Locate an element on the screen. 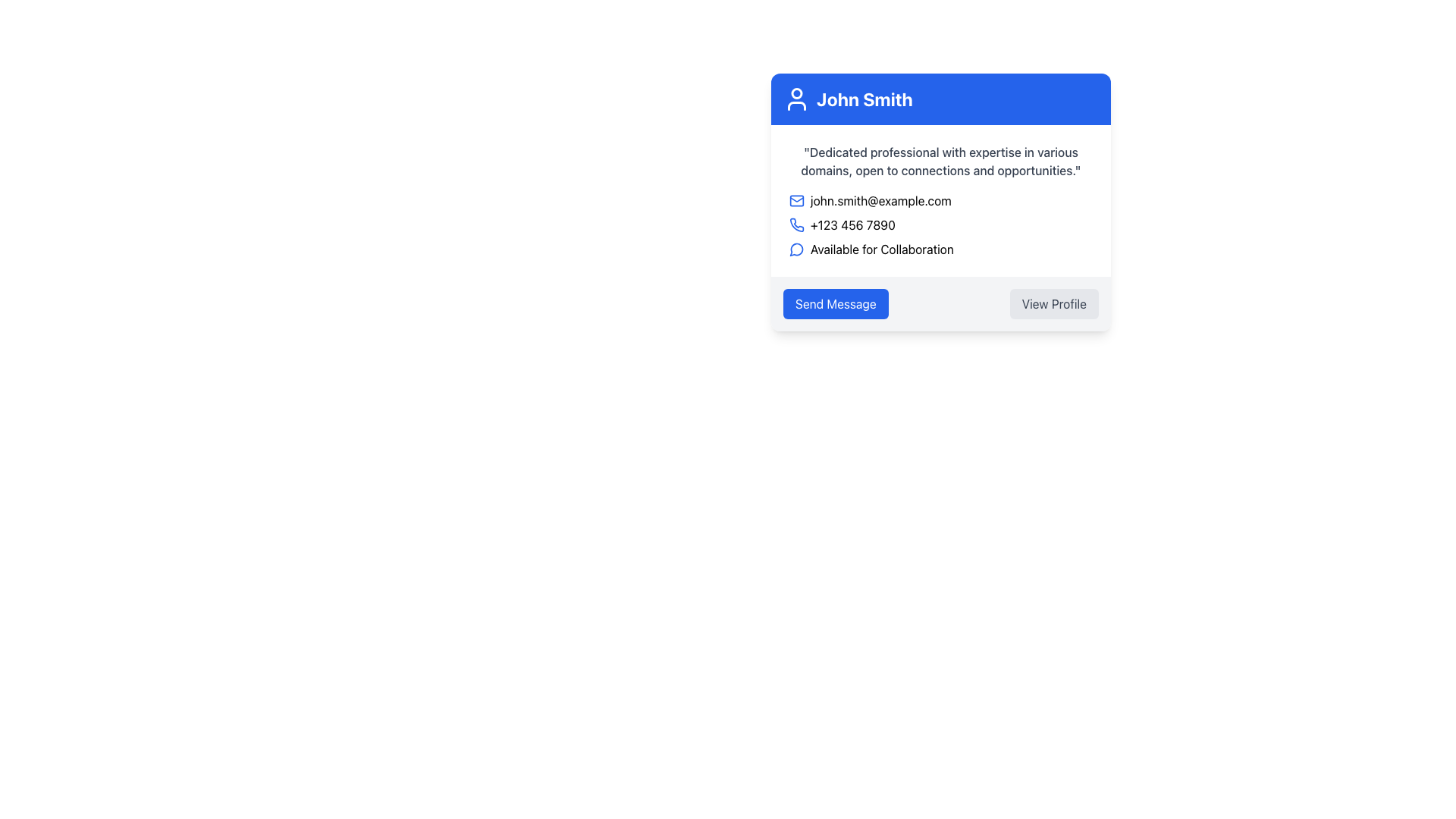 The image size is (1456, 819). the Icon component (rectangle inside the graphical mail icon) that visually indicates the contact email information, located within the blue mail icon on the left side of the profile card is located at coordinates (796, 200).